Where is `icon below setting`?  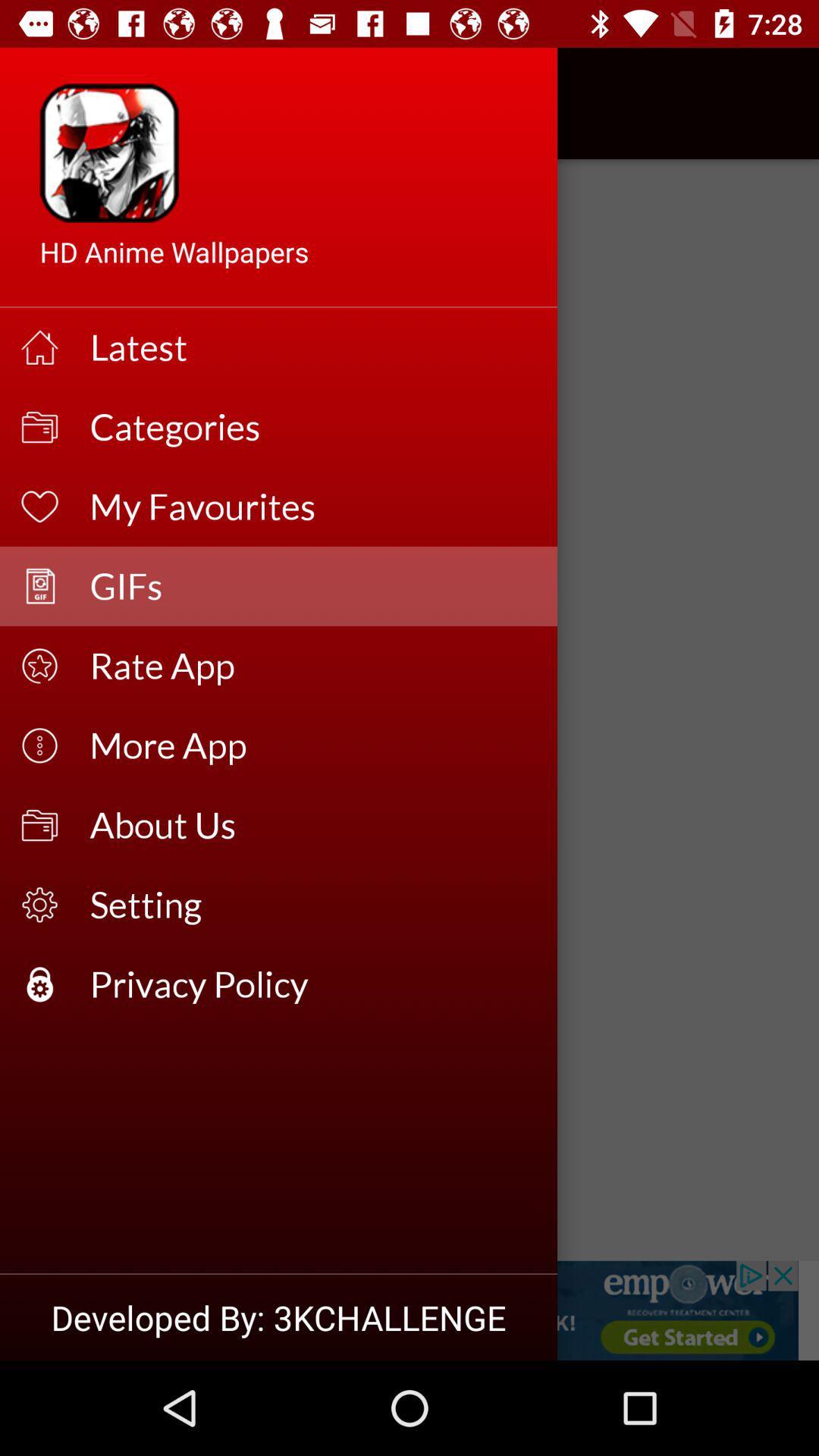
icon below setting is located at coordinates (312, 984).